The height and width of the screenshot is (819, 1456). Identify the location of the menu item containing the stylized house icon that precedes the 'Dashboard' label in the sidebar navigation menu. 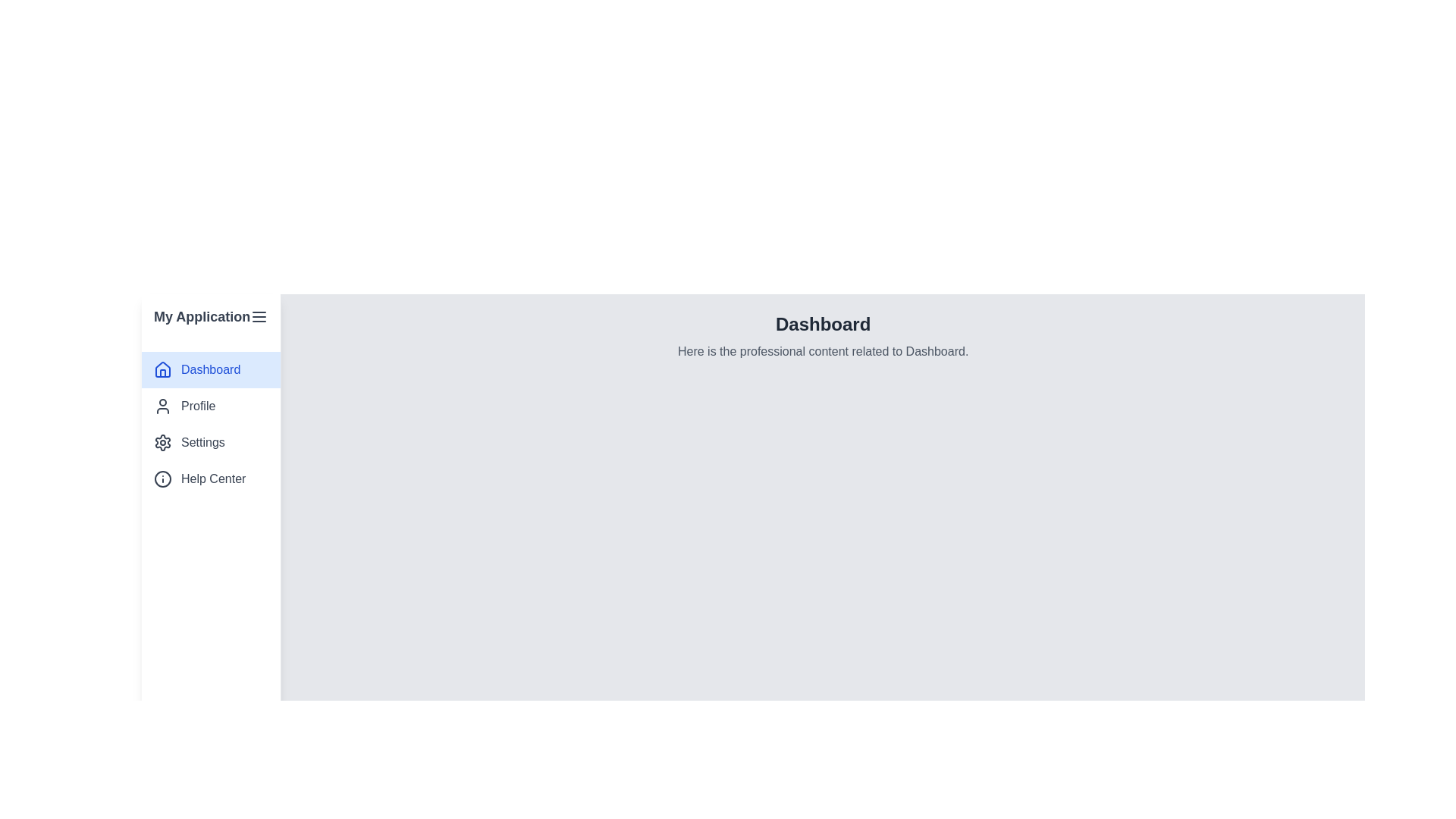
(163, 369).